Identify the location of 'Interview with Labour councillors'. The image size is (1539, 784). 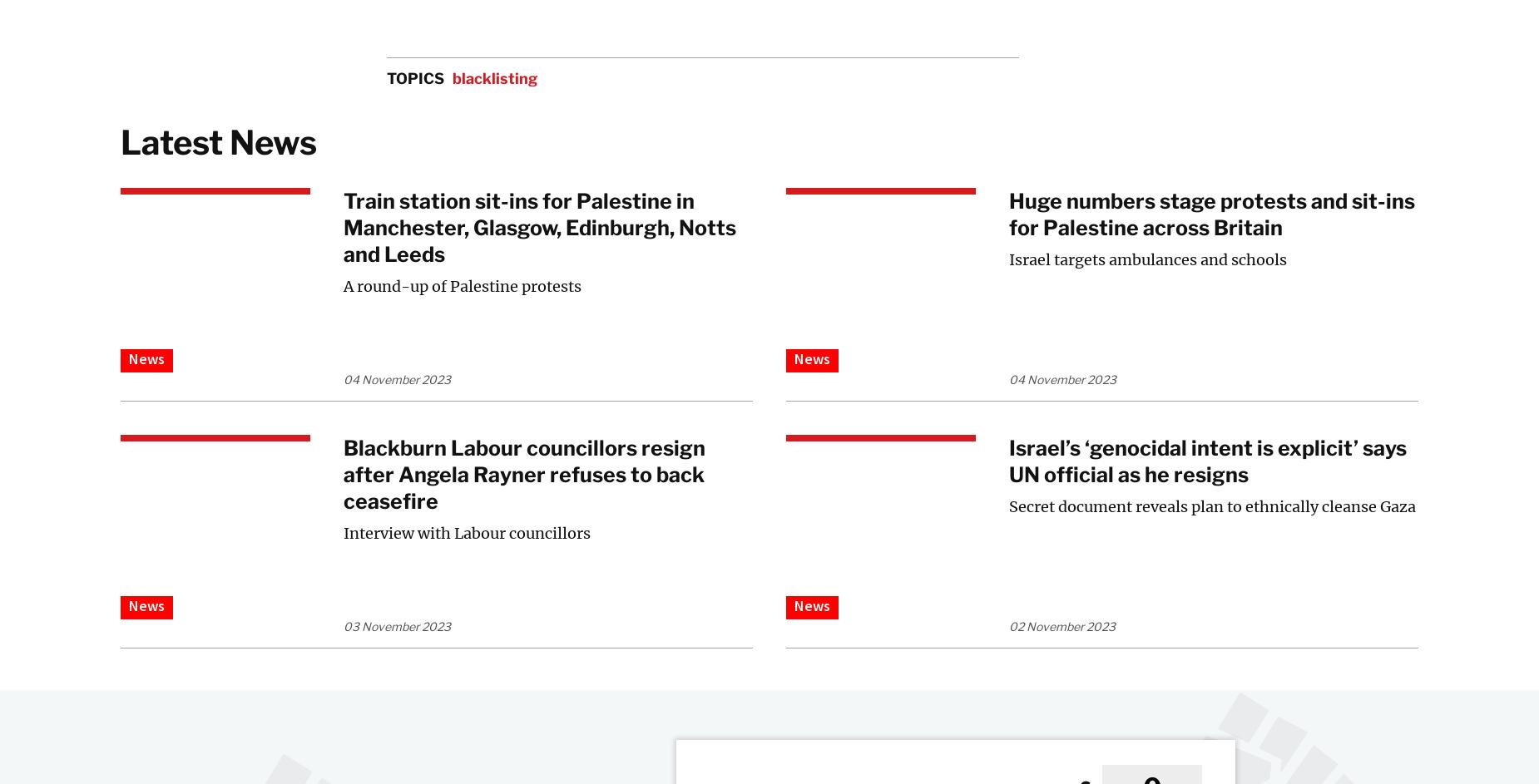
(467, 533).